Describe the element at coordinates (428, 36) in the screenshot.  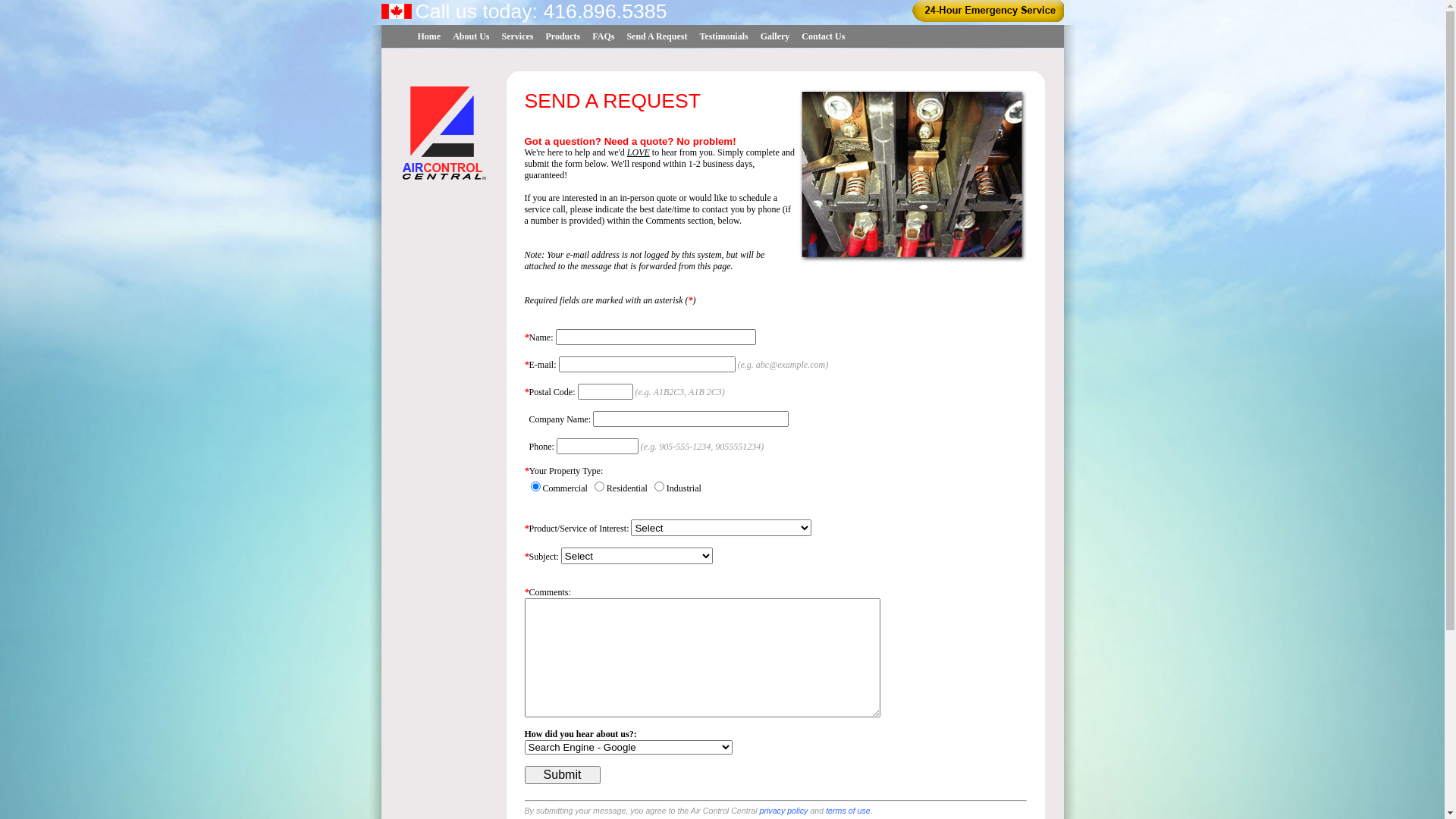
I see `'Home'` at that location.